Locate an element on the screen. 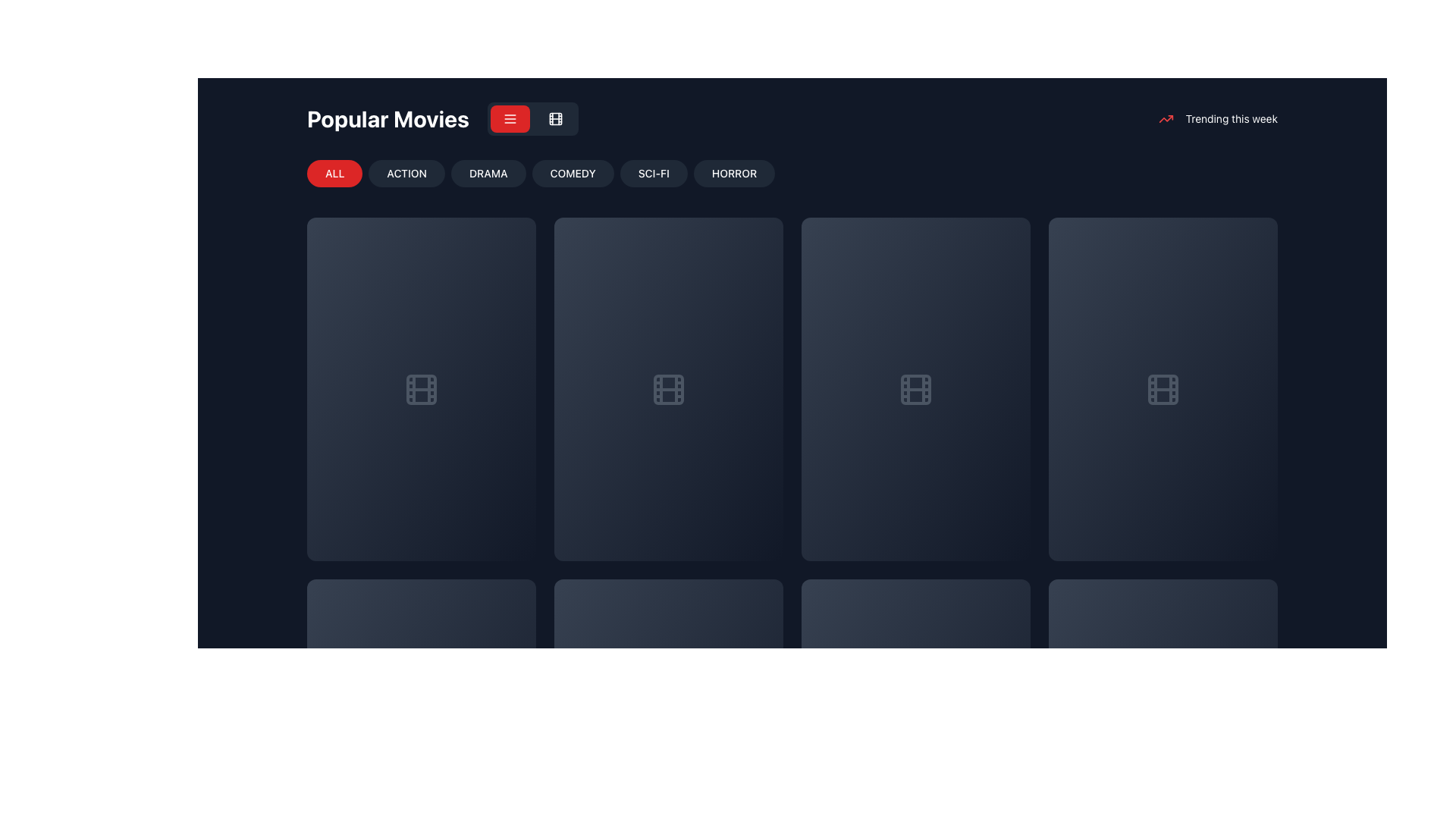 The width and height of the screenshot is (1456, 819). the red trending upwards arrow icon located in the top-right corner of the interface, preceding the 'Trending this week' text is located at coordinates (1165, 118).